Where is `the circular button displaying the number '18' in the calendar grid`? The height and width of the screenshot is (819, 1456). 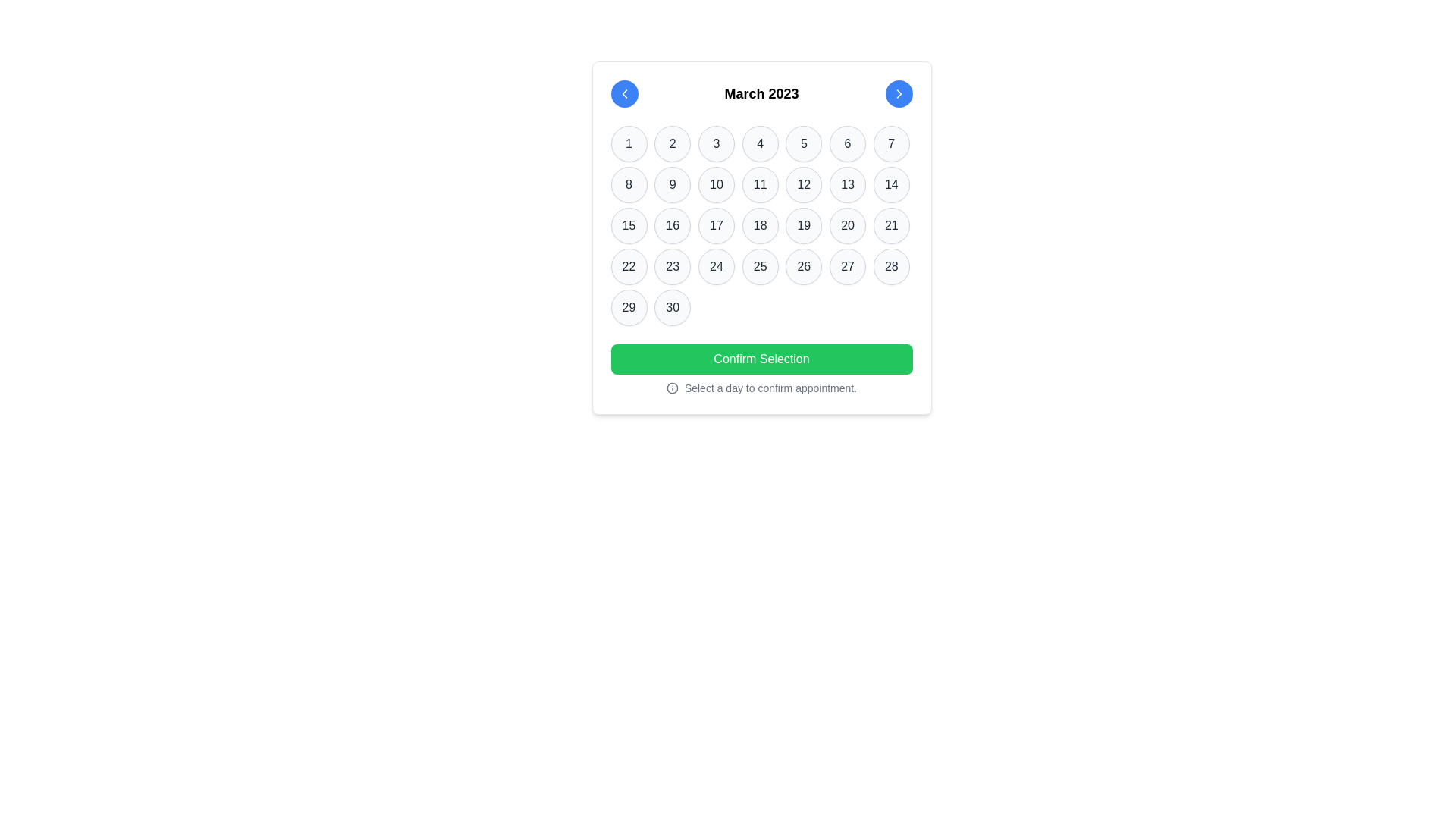
the circular button displaying the number '18' in the calendar grid is located at coordinates (760, 225).